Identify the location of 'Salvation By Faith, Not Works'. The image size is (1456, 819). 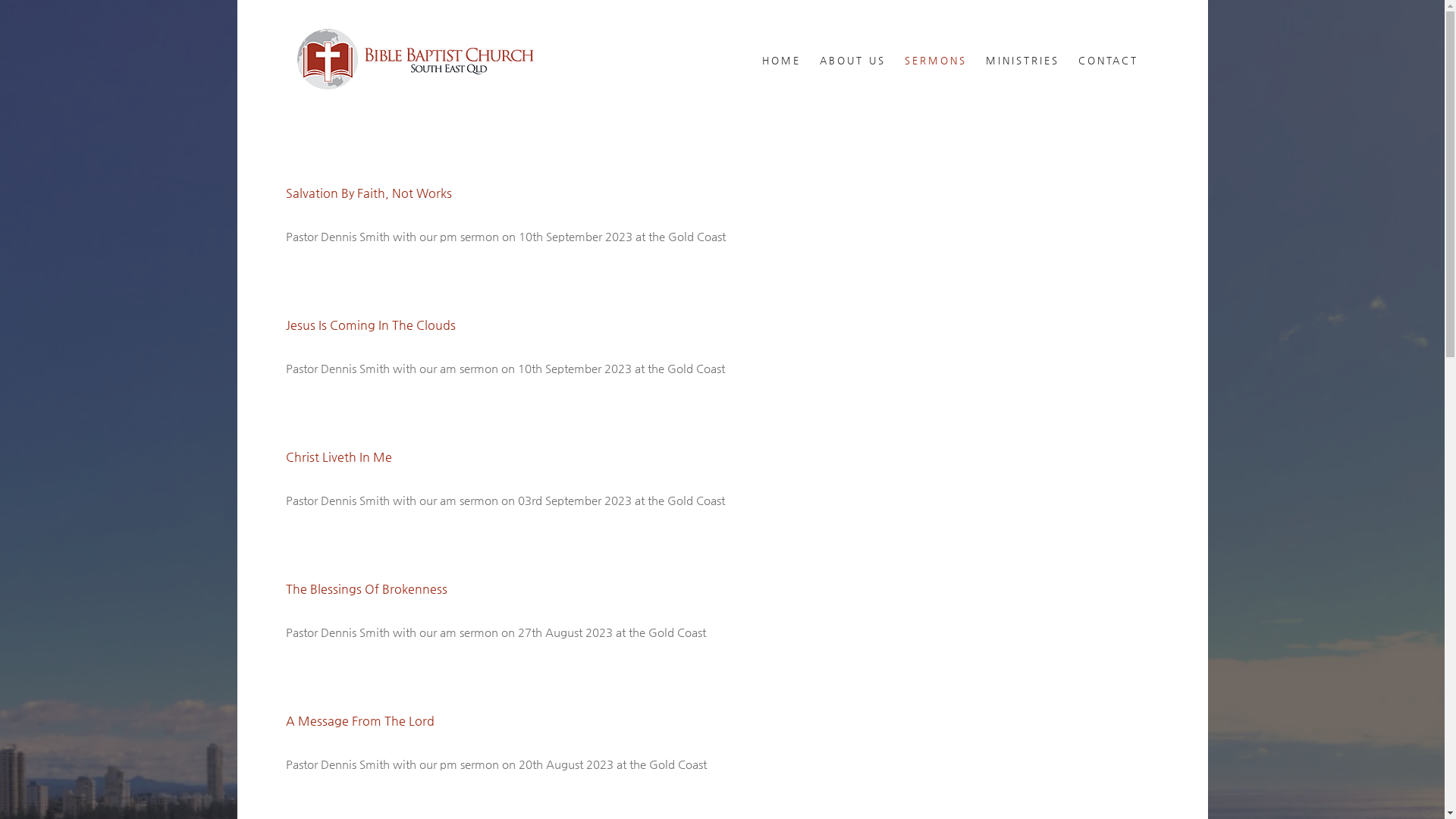
(368, 192).